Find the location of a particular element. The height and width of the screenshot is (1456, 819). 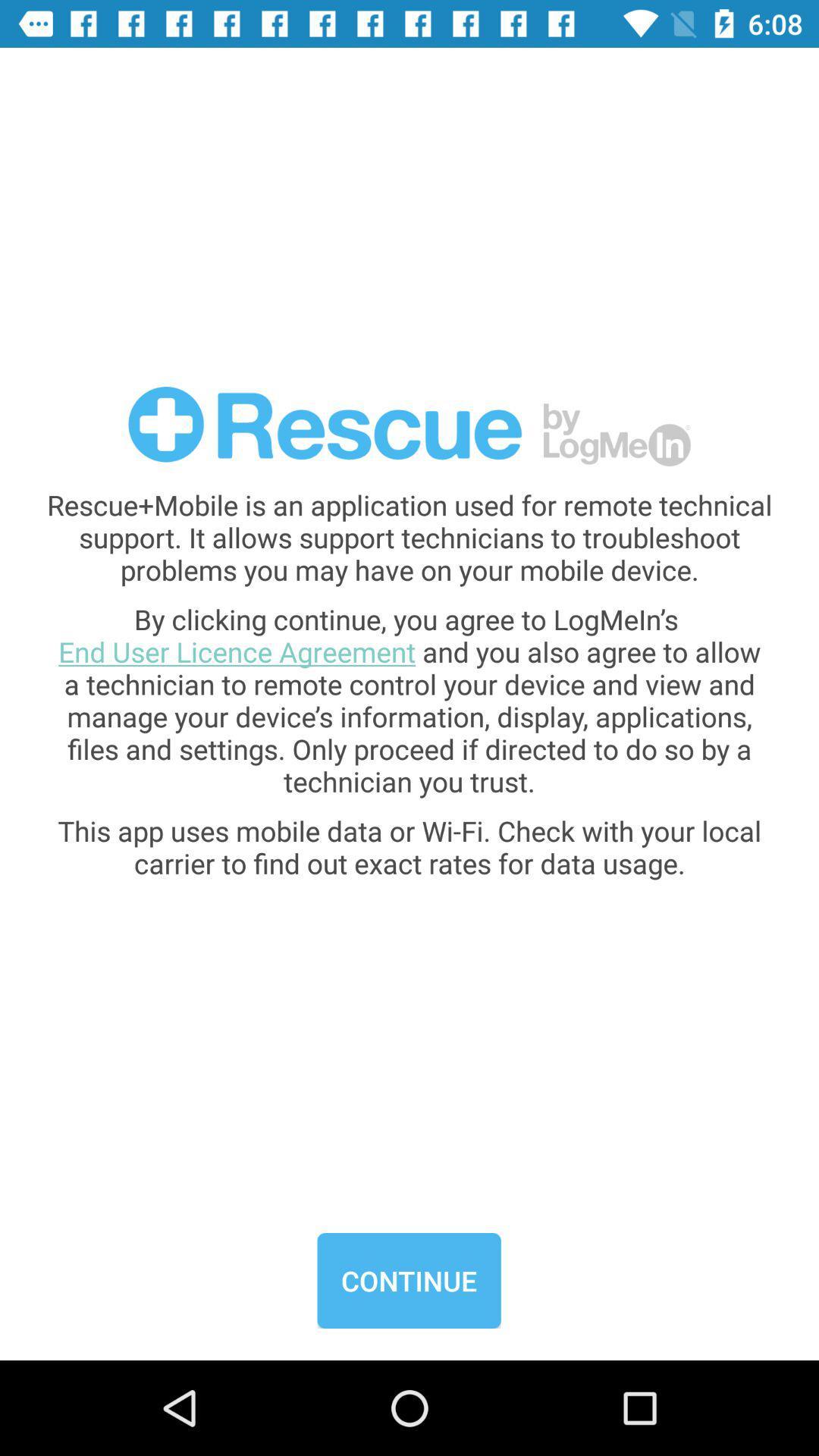

by clicking continue item is located at coordinates (409, 699).